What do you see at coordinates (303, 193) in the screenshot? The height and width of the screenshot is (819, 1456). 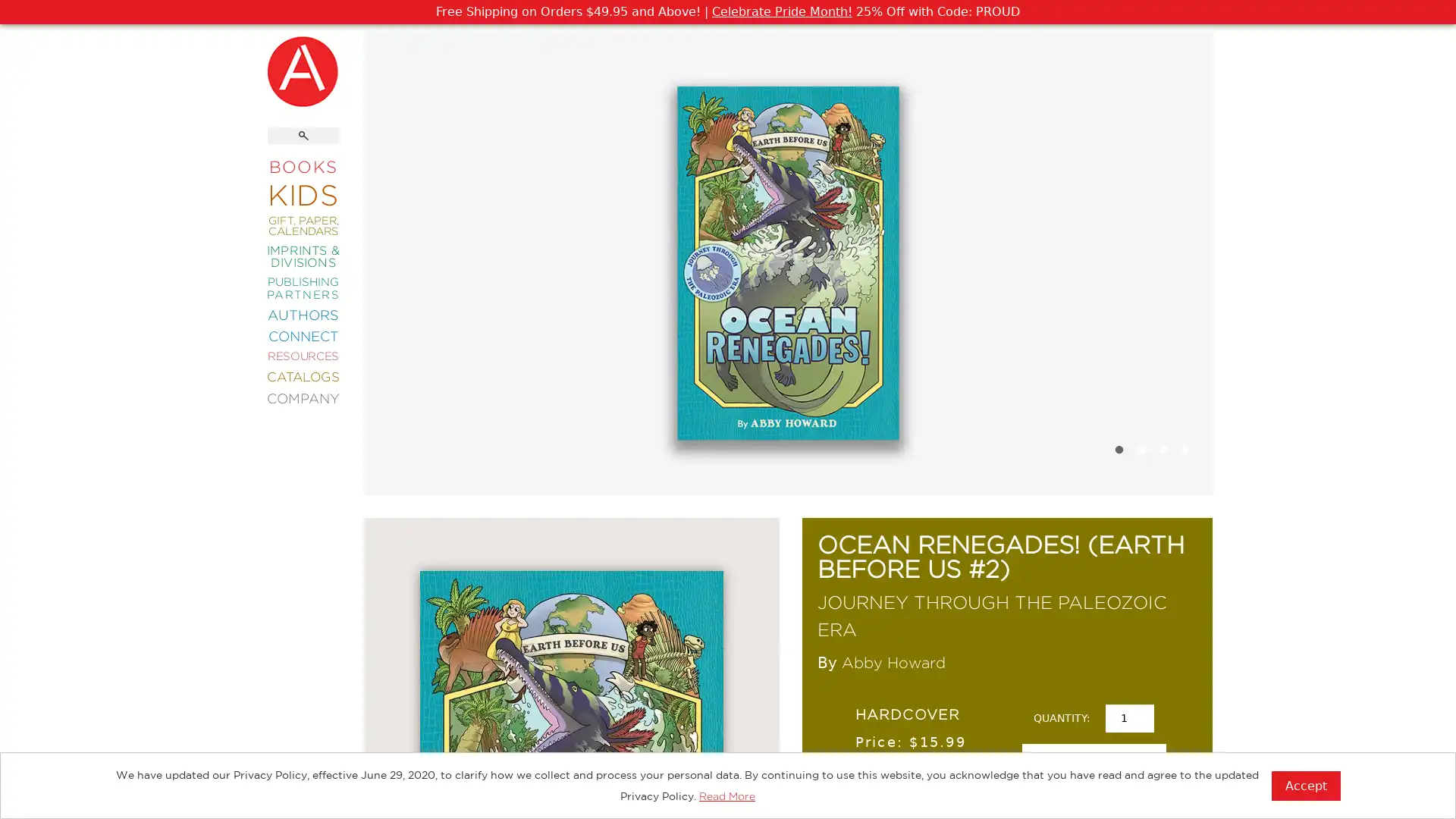 I see `KIDS` at bounding box center [303, 193].